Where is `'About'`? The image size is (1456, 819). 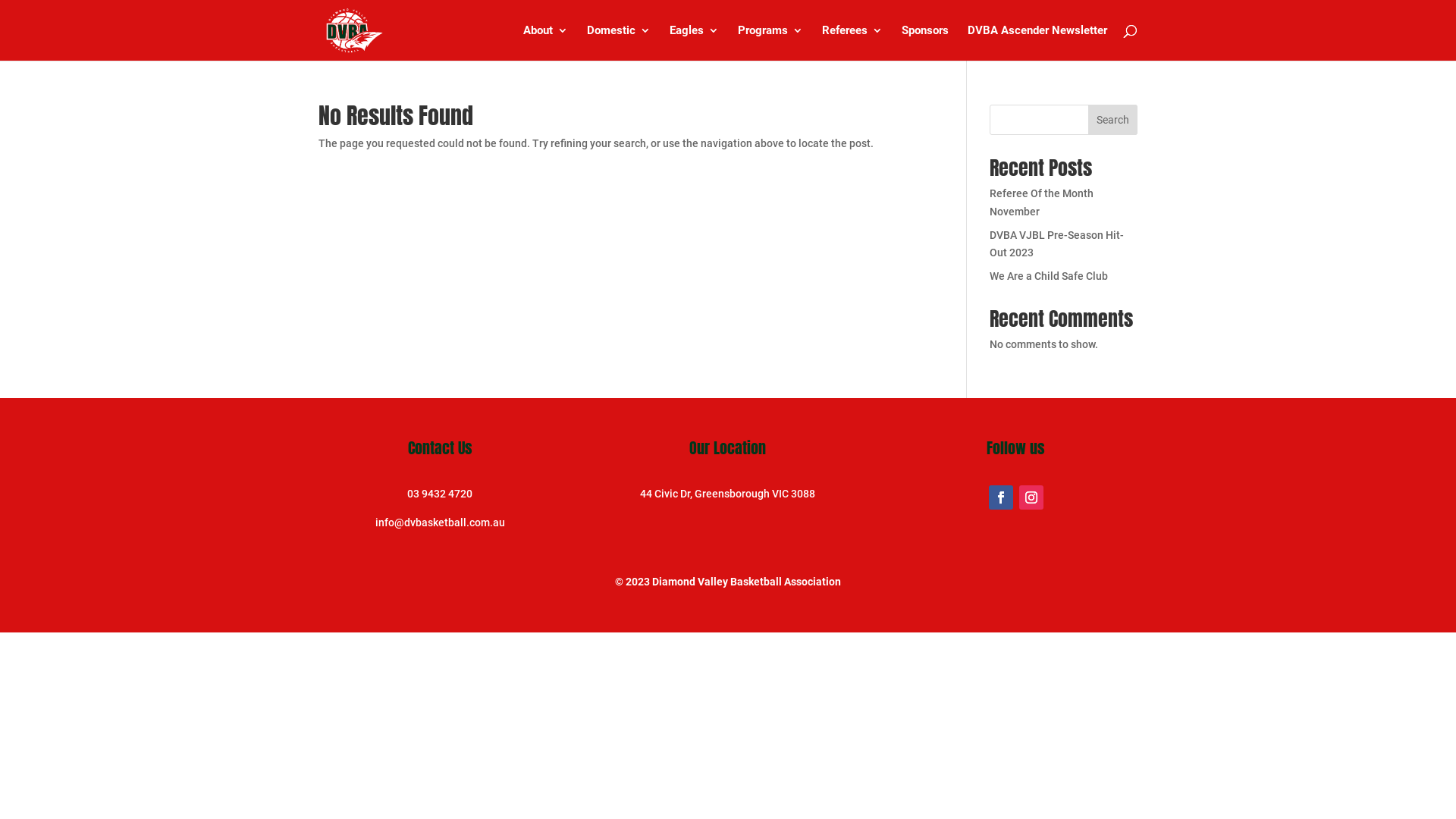
'About' is located at coordinates (523, 42).